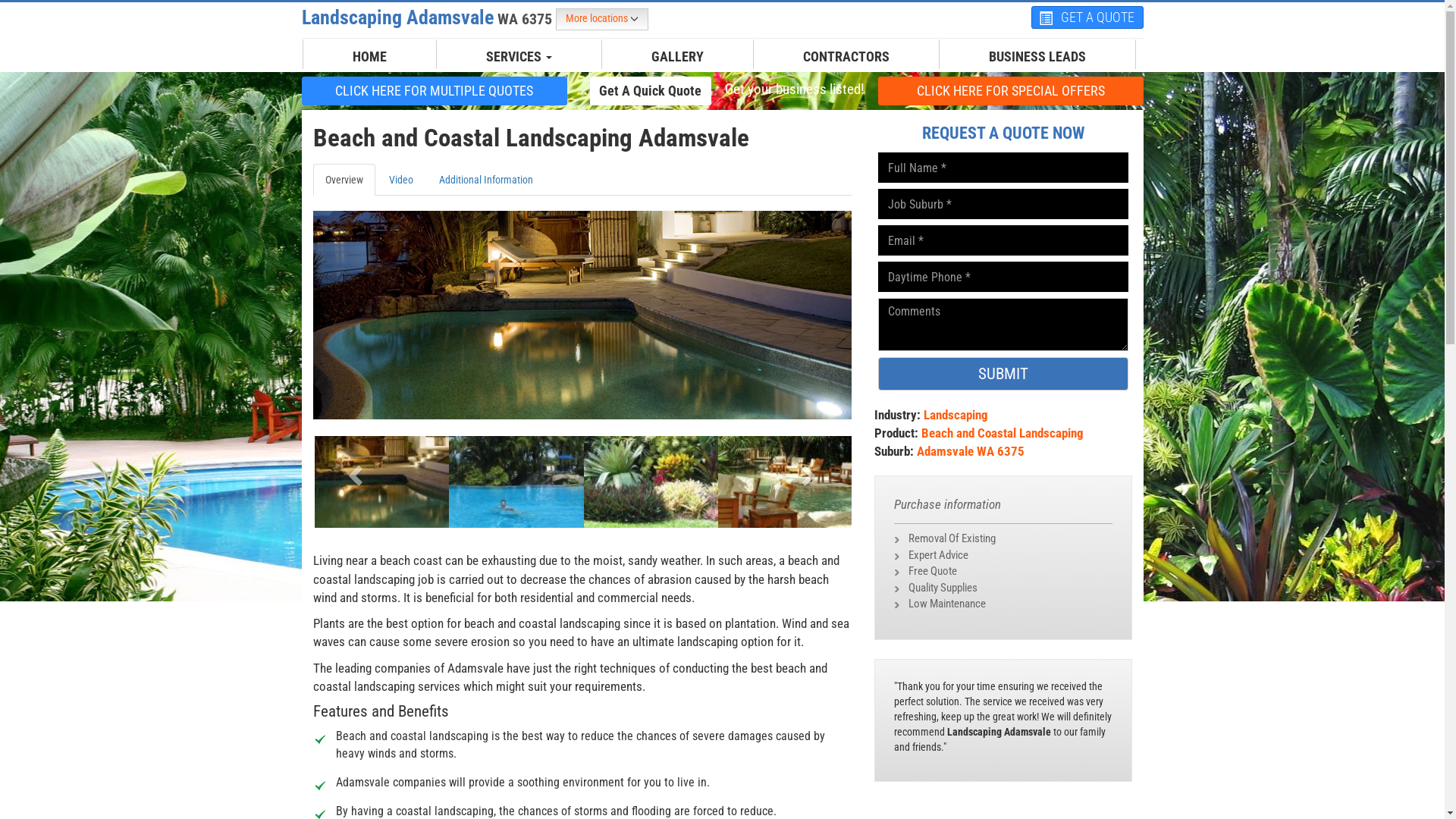 This screenshot has width=1456, height=819. Describe the element at coordinates (484, 178) in the screenshot. I see `'Additional Information'` at that location.